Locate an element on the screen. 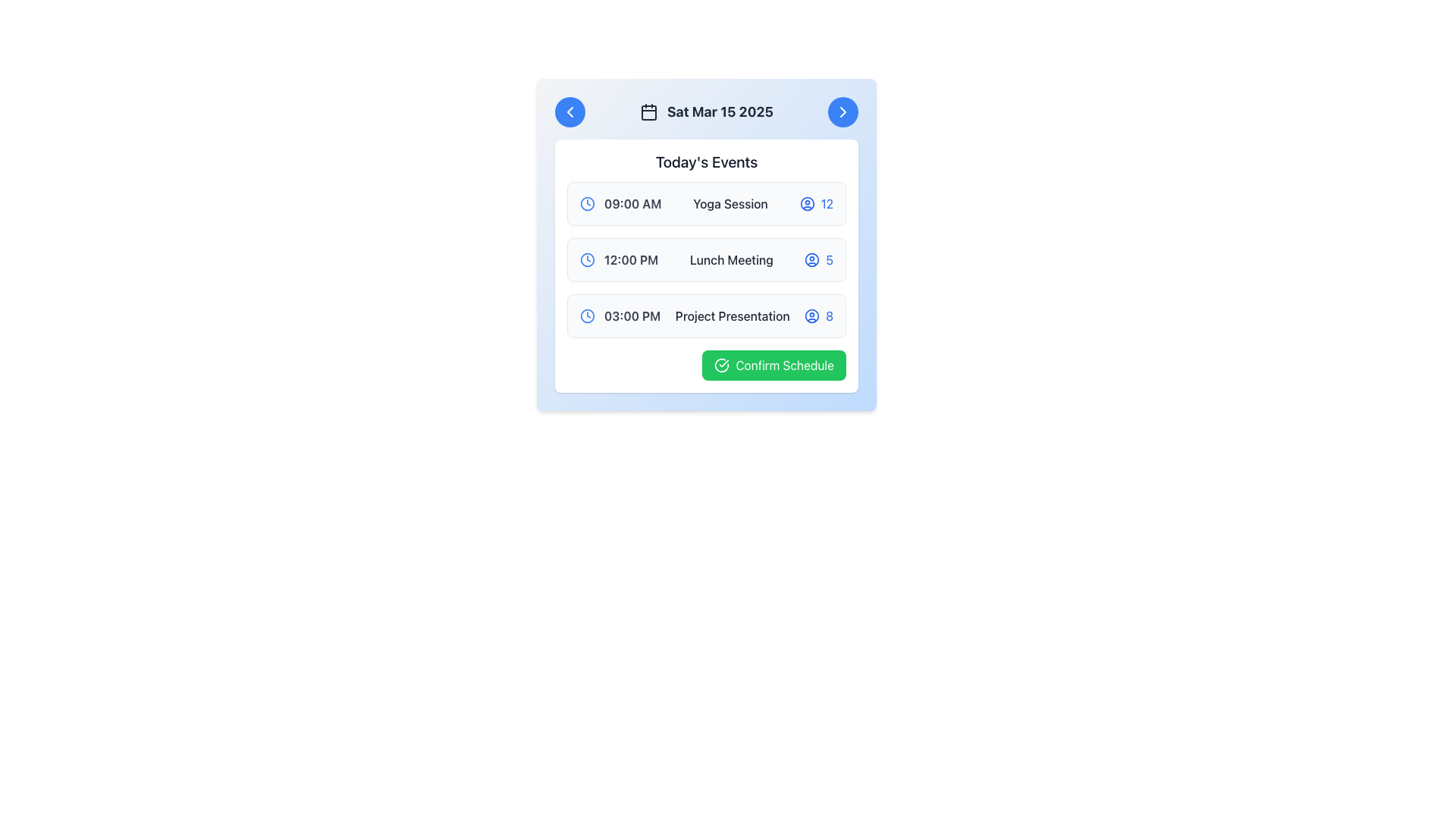  SVG icon resembling a circle with a checkmark inside it, which has a green background and symbolizes confirmation, located within the 'Confirm Schedule' button is located at coordinates (721, 366).